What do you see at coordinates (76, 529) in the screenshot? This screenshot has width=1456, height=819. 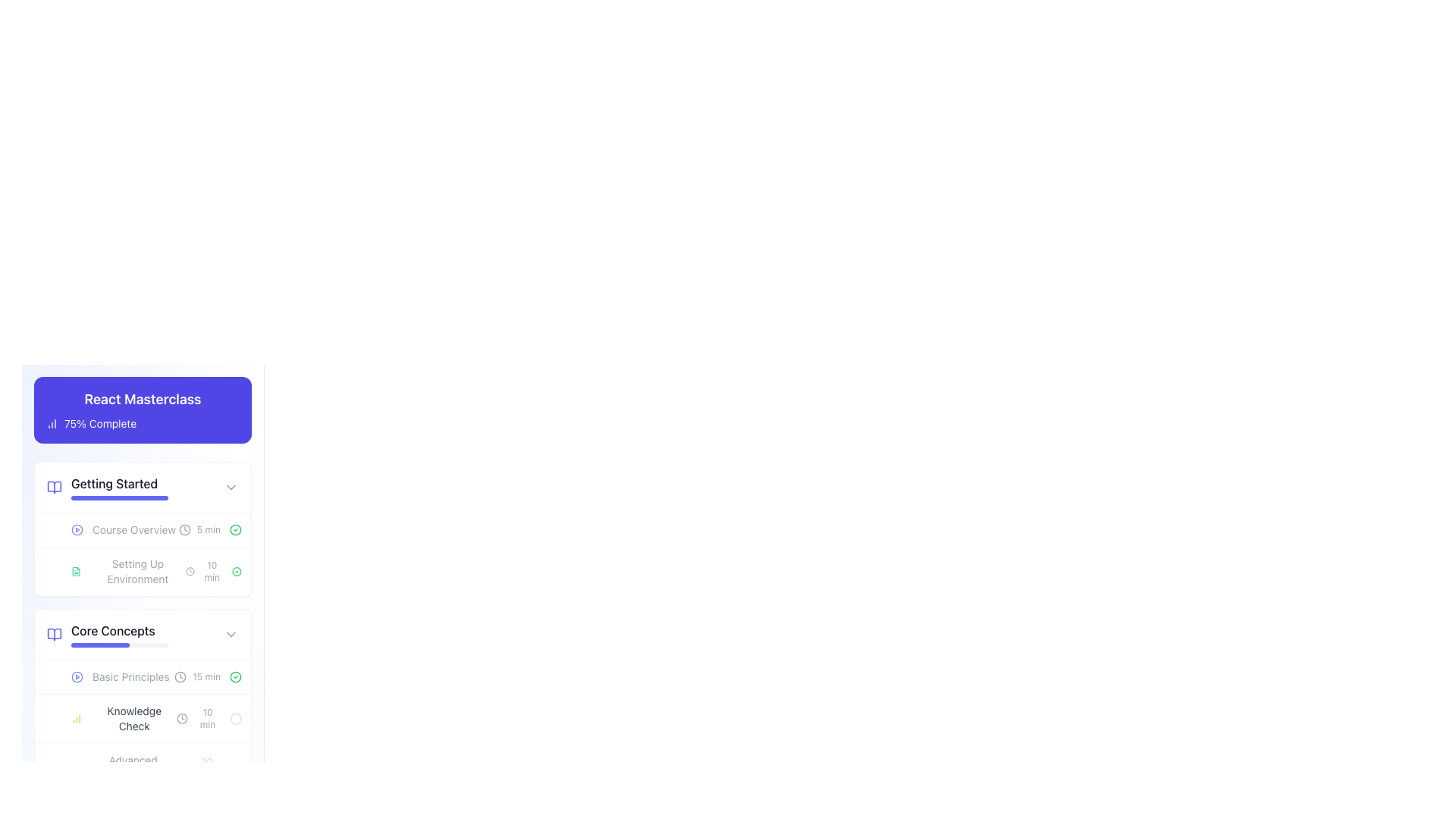 I see `SVG circle element that serves as the decorative component of the play button icon located at the center of its bounding box` at bounding box center [76, 529].